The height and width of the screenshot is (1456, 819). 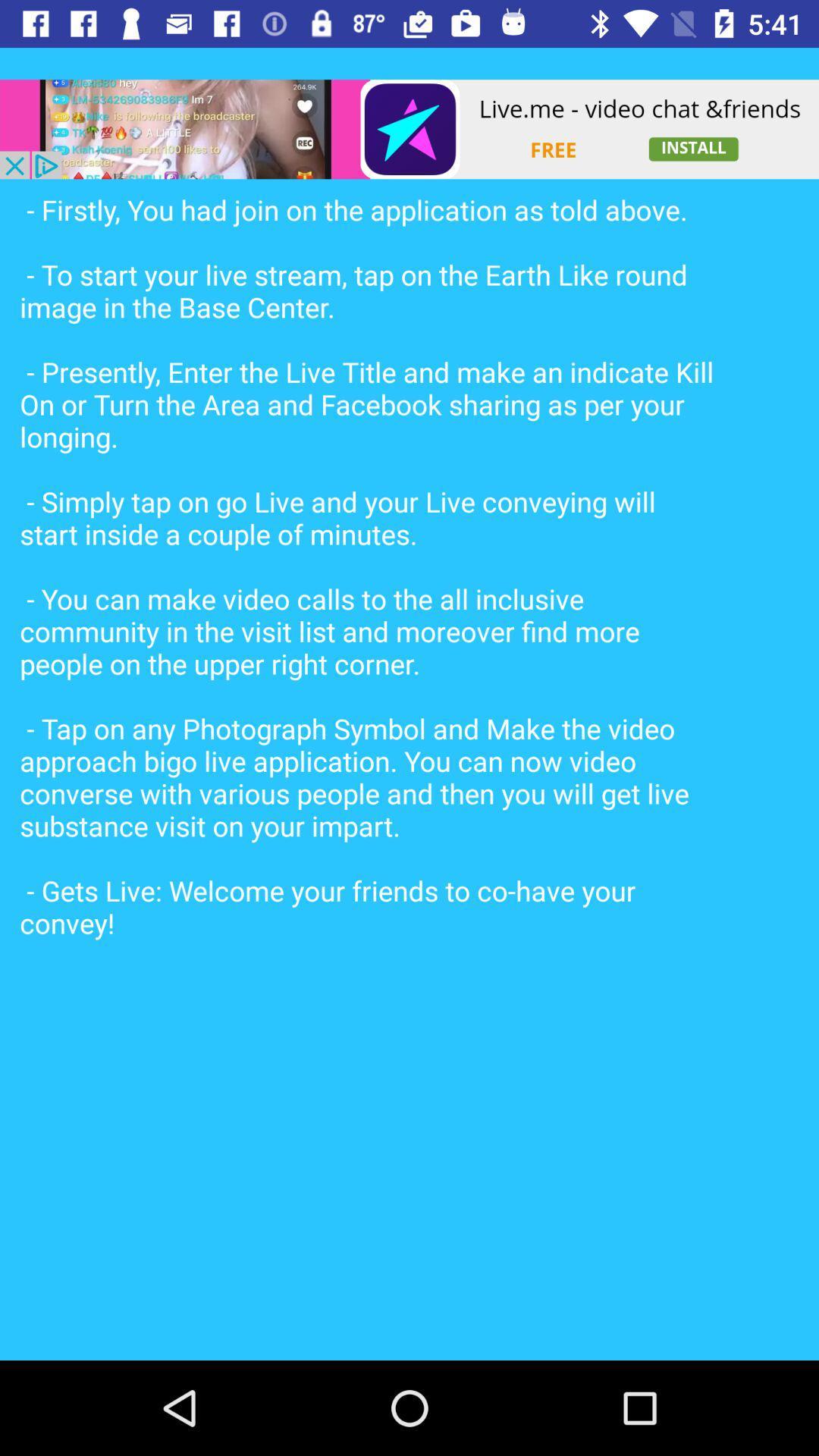 What do you see at coordinates (409, 129) in the screenshot?
I see `advertisement` at bounding box center [409, 129].